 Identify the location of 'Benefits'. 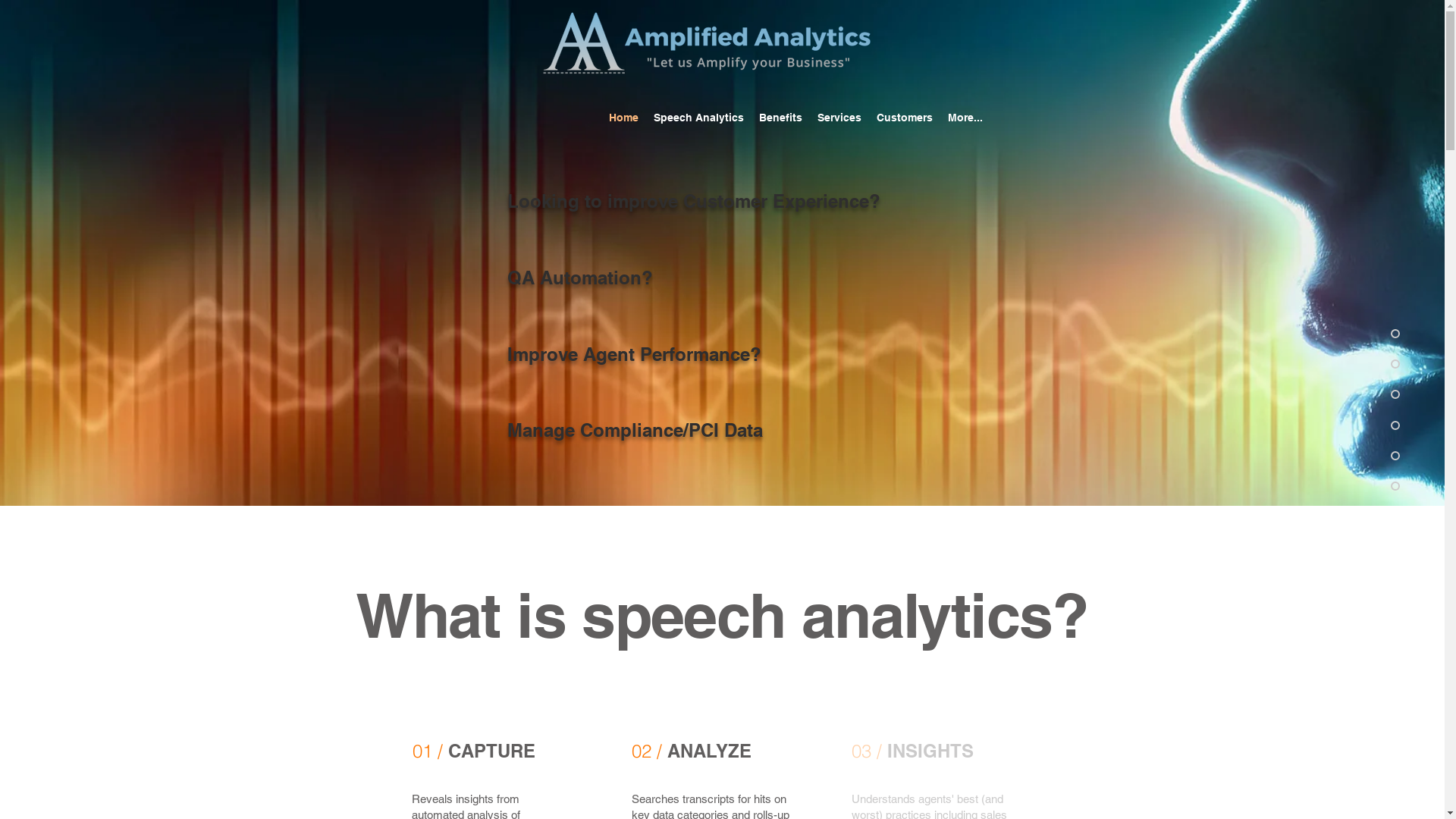
(751, 116).